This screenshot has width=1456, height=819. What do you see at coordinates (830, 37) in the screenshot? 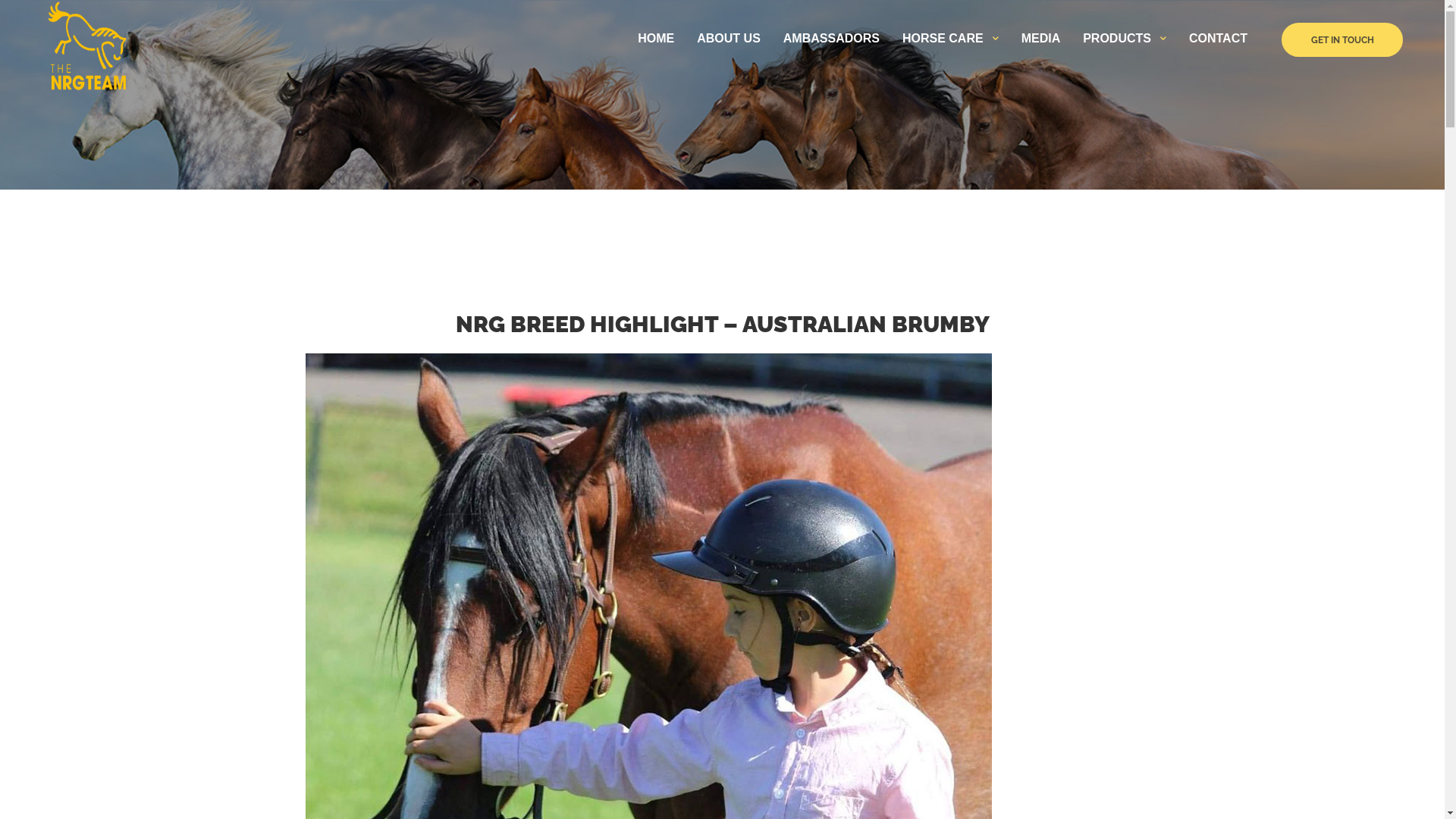
I see `'AMBASSADORS'` at bounding box center [830, 37].